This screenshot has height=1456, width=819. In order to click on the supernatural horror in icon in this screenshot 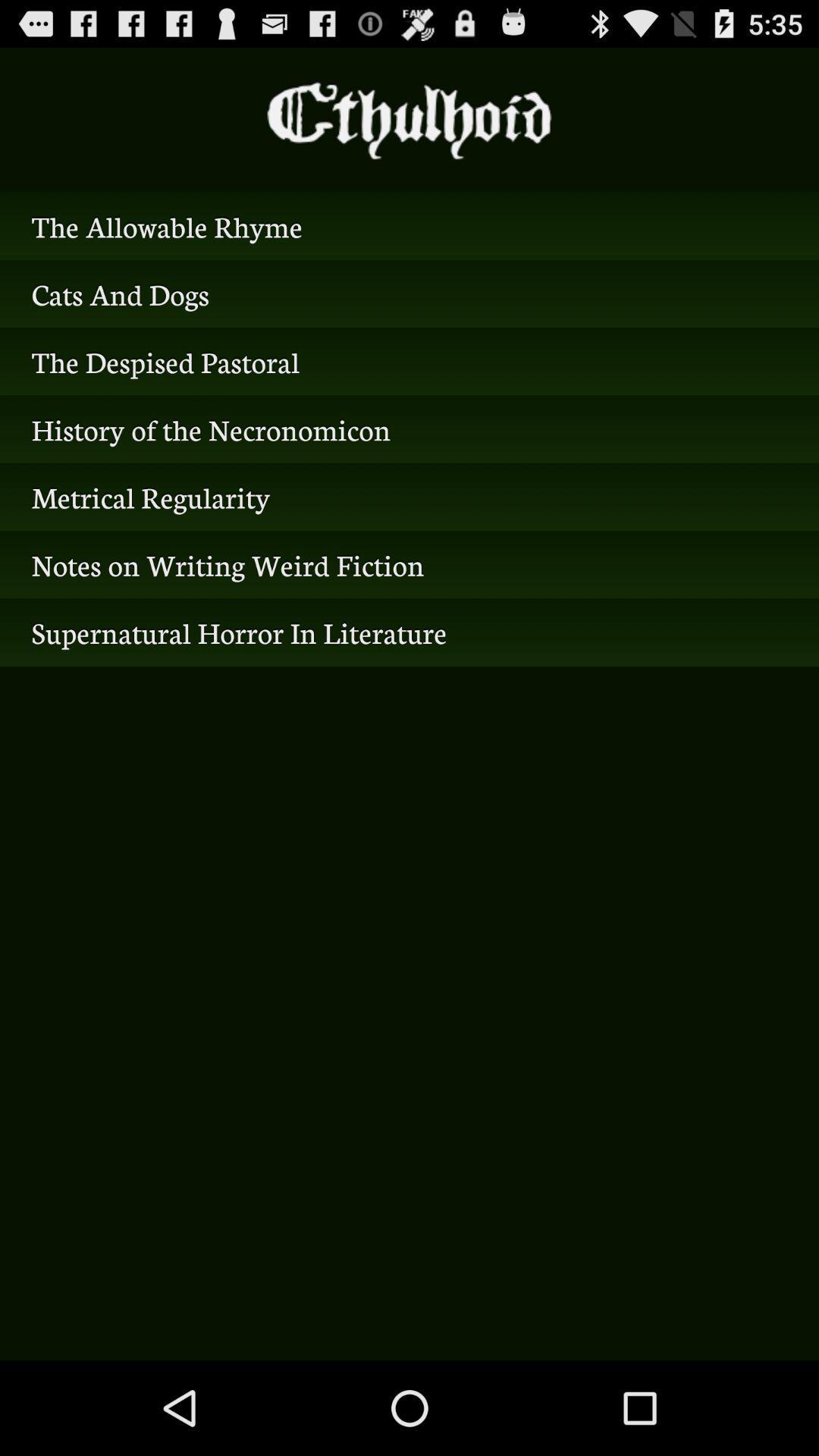, I will do `click(409, 632)`.